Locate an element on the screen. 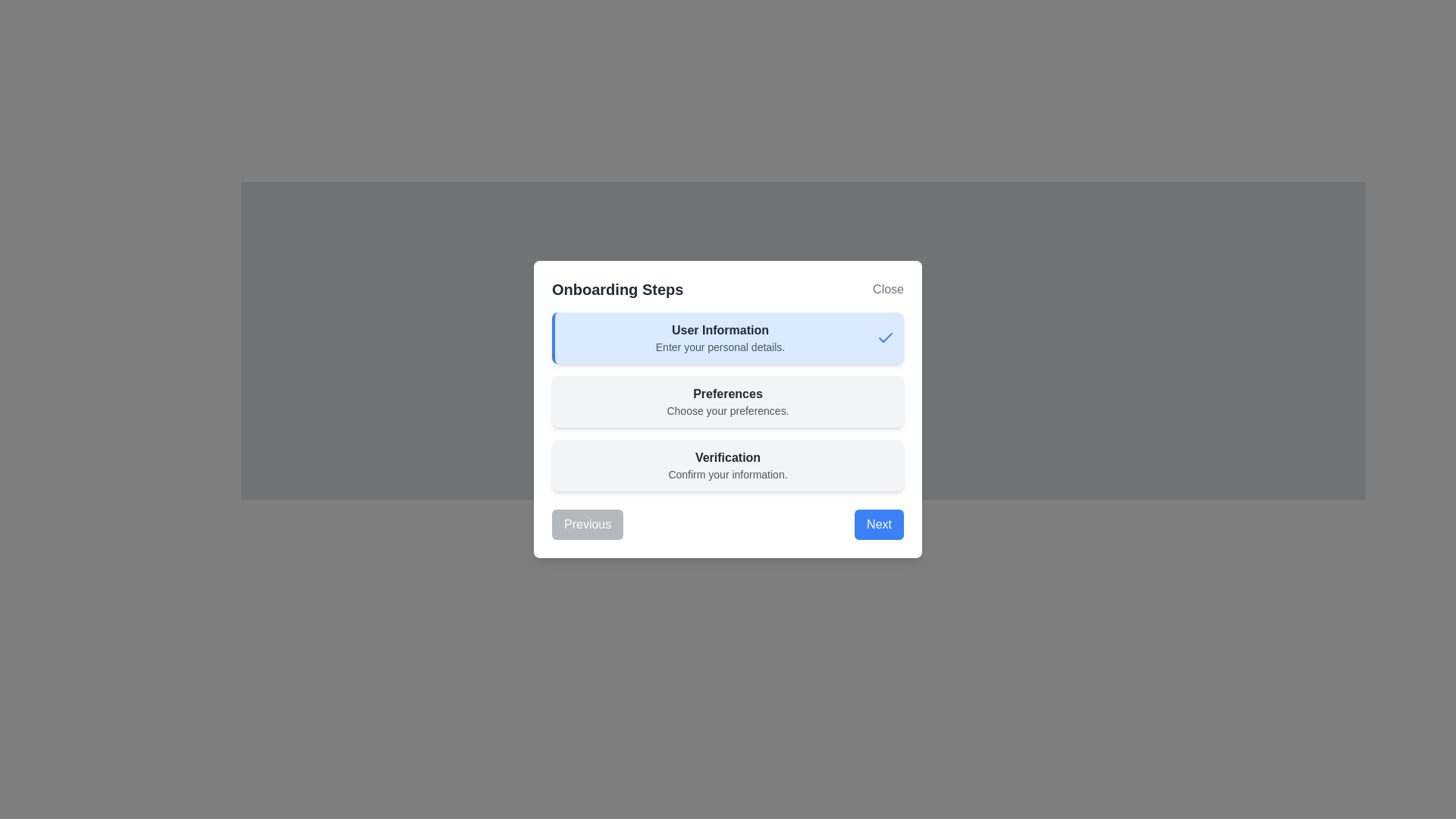 This screenshot has height=819, width=1456. the 'Preferences' informational section, which contains the title 'Preferences' and description 'Choose your preferences.' in the Onboarding Steps dialog is located at coordinates (728, 400).